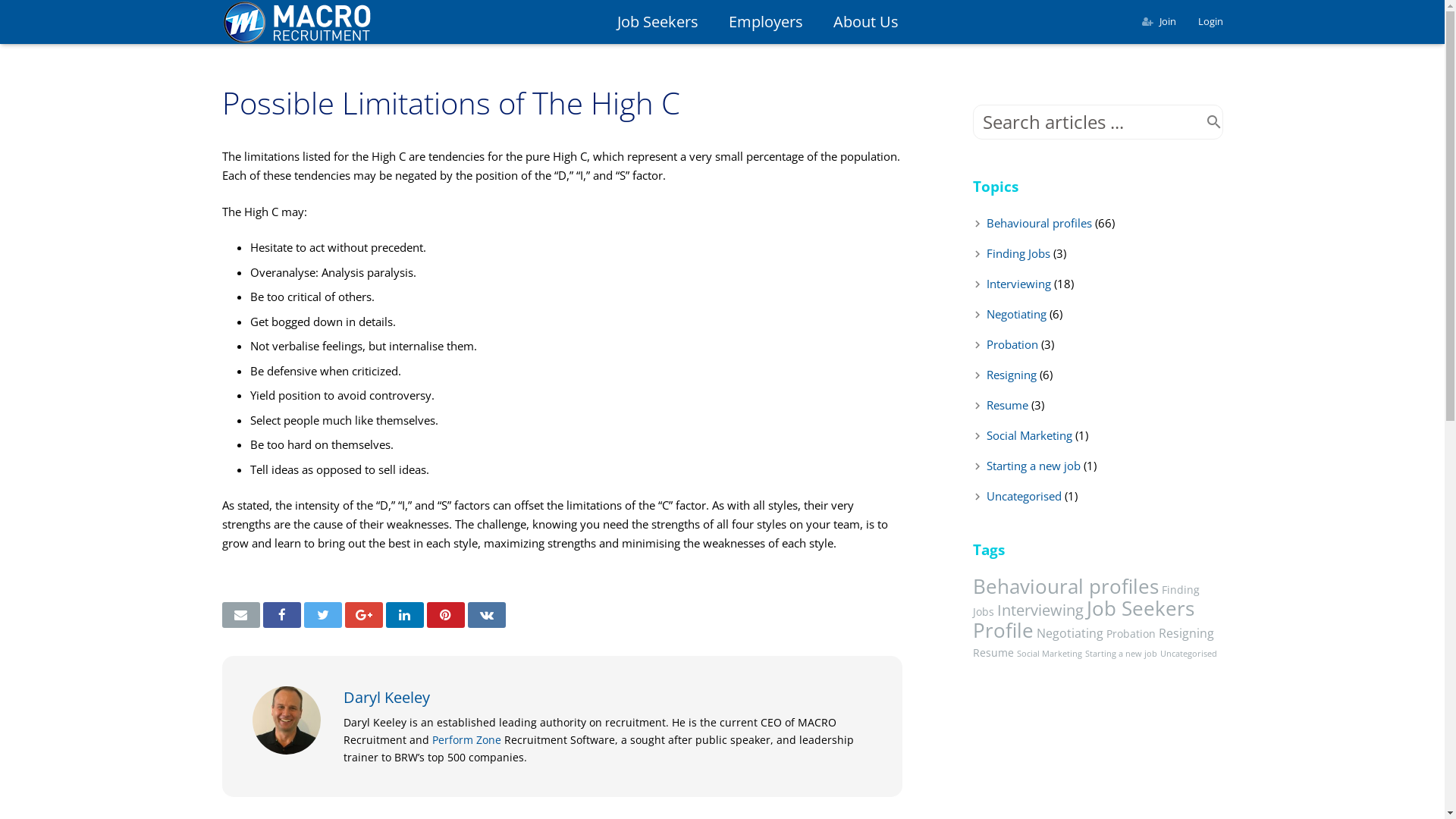 The height and width of the screenshot is (819, 1456). What do you see at coordinates (866, 22) in the screenshot?
I see `'About Us'` at bounding box center [866, 22].